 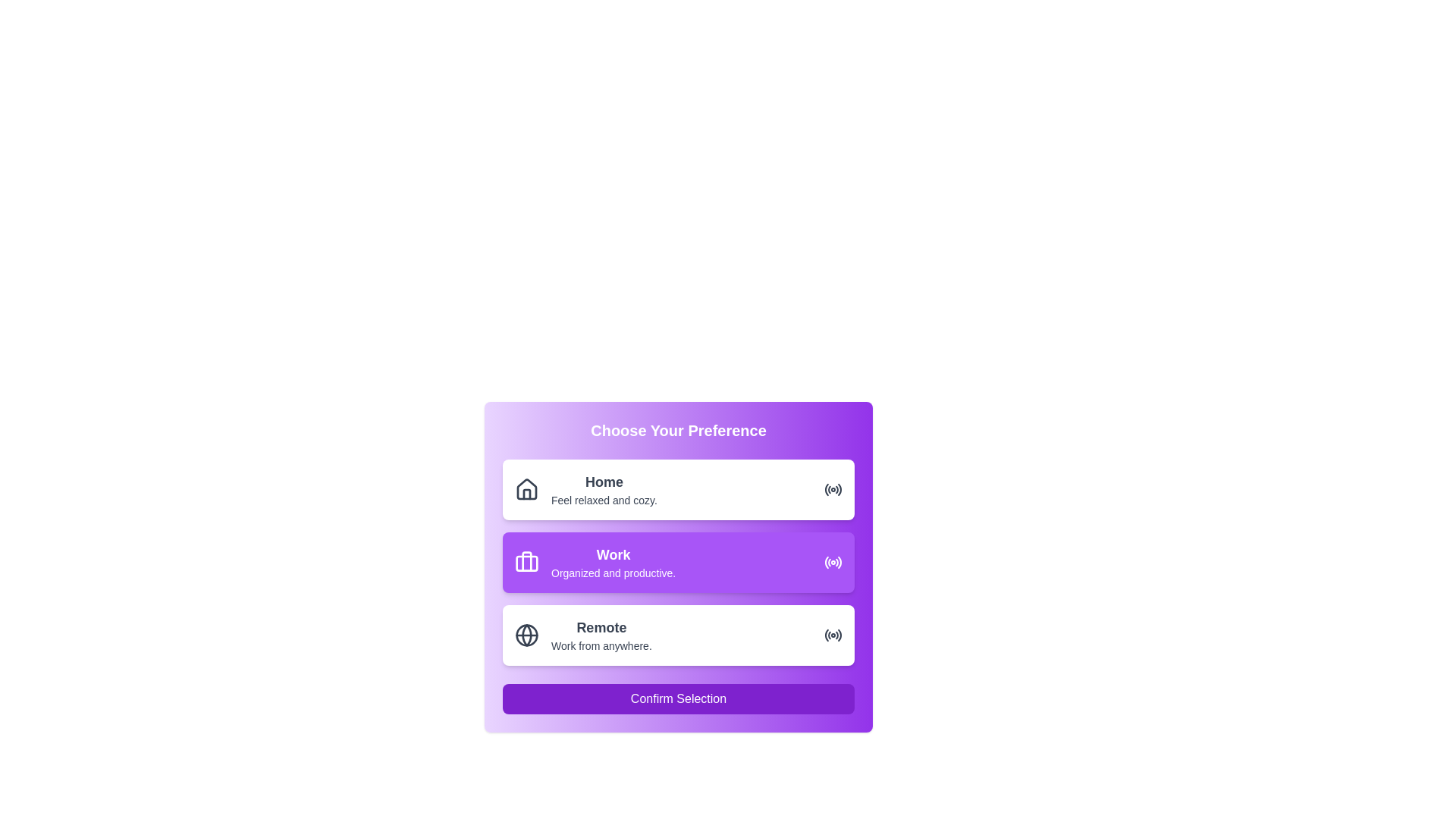 What do you see at coordinates (603, 500) in the screenshot?
I see `the descriptive subtitle text label located below the 'Home' selection option in the first option group of the selection panel` at bounding box center [603, 500].